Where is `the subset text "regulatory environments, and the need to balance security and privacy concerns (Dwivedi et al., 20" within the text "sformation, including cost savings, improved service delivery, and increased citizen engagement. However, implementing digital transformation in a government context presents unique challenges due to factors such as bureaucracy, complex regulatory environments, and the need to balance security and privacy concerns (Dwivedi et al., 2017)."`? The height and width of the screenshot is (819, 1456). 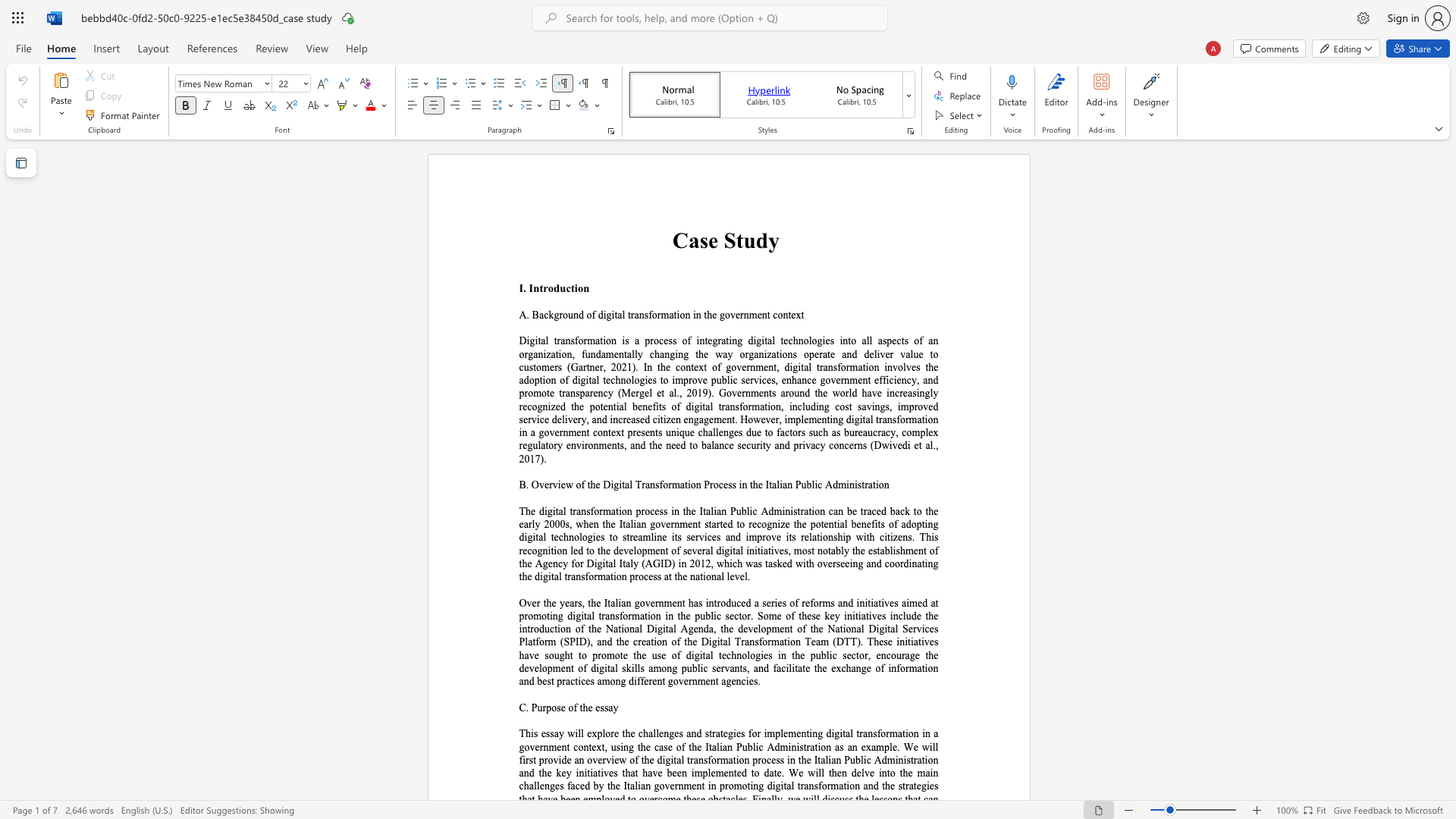 the subset text "regulatory environments, and the need to balance security and privacy concerns (Dwivedi et al., 20" within the text "sformation, including cost savings, improved service delivery, and increased citizen engagement. However, implementing digital transformation in a government context presents unique challenges due to factors such as bureaucracy, complex regulatory environments, and the need to balance security and privacy concerns (Dwivedi et al., 2017)." is located at coordinates (519, 444).